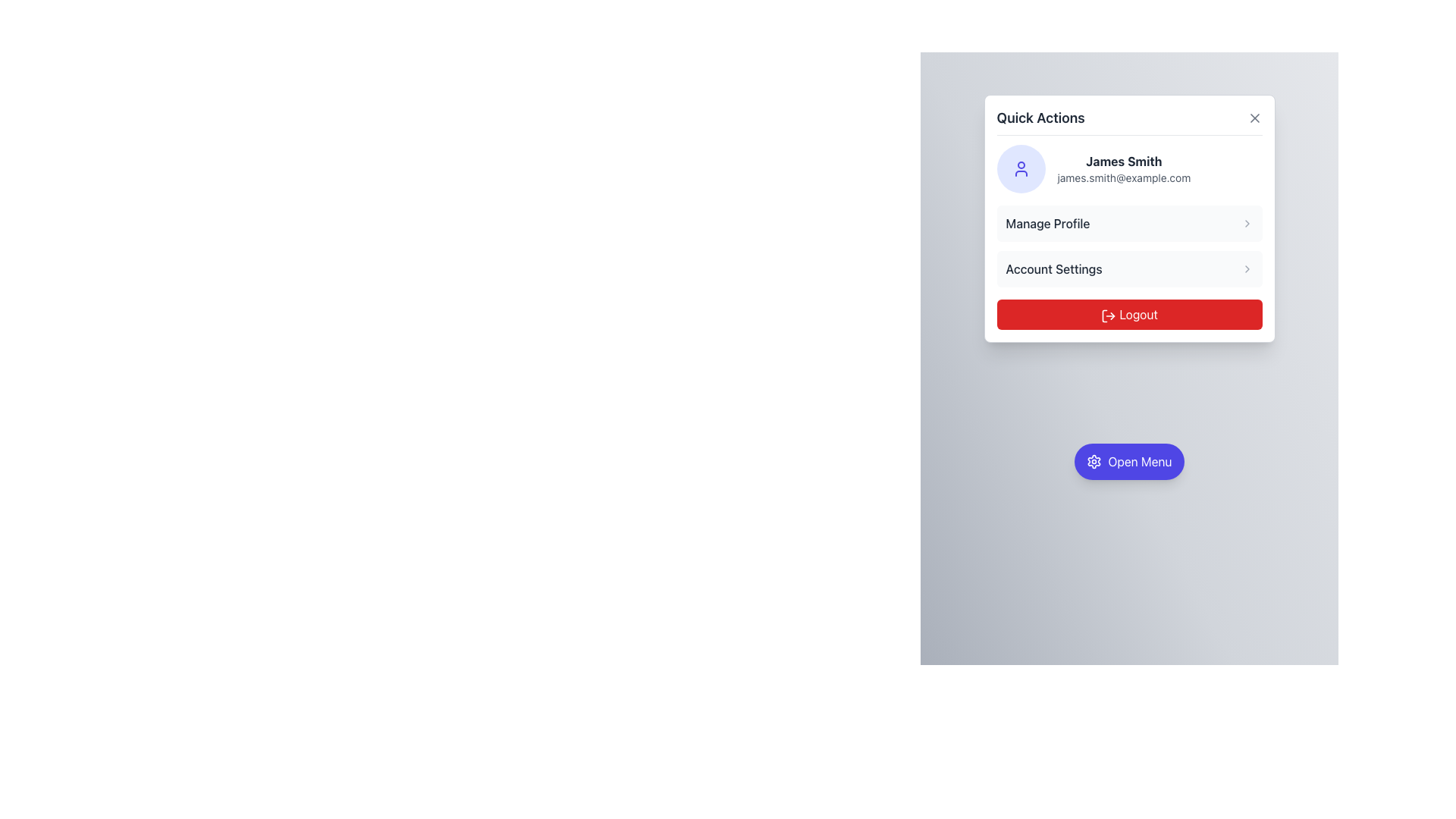  Describe the element at coordinates (1053, 268) in the screenshot. I see `the 'Account Settings' label, which is styled with medium font weight and dark gray color, located in the first position of a dropdown menu` at that location.